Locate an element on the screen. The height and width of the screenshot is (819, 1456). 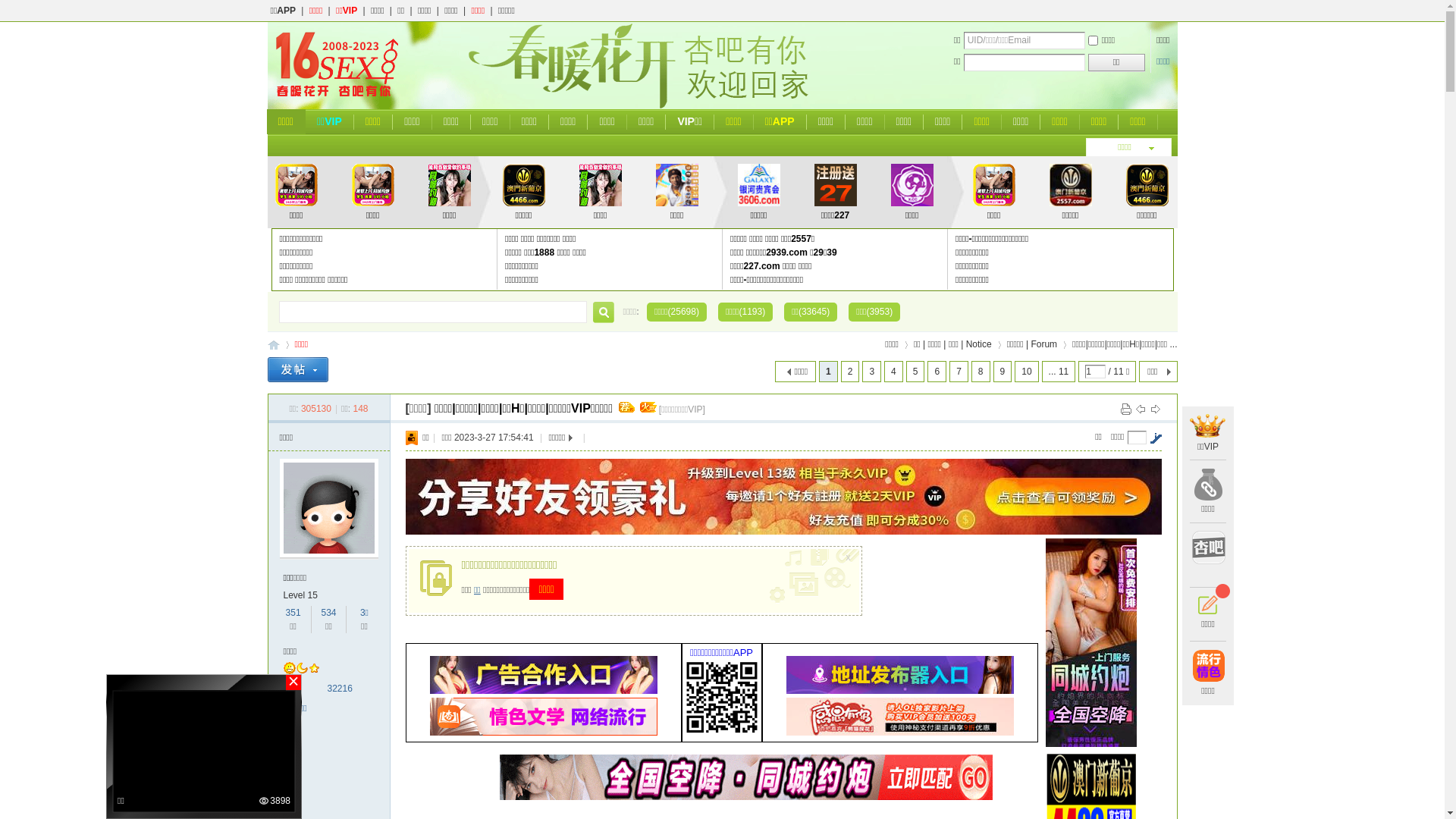
'x' is located at coordinates (850, 554).